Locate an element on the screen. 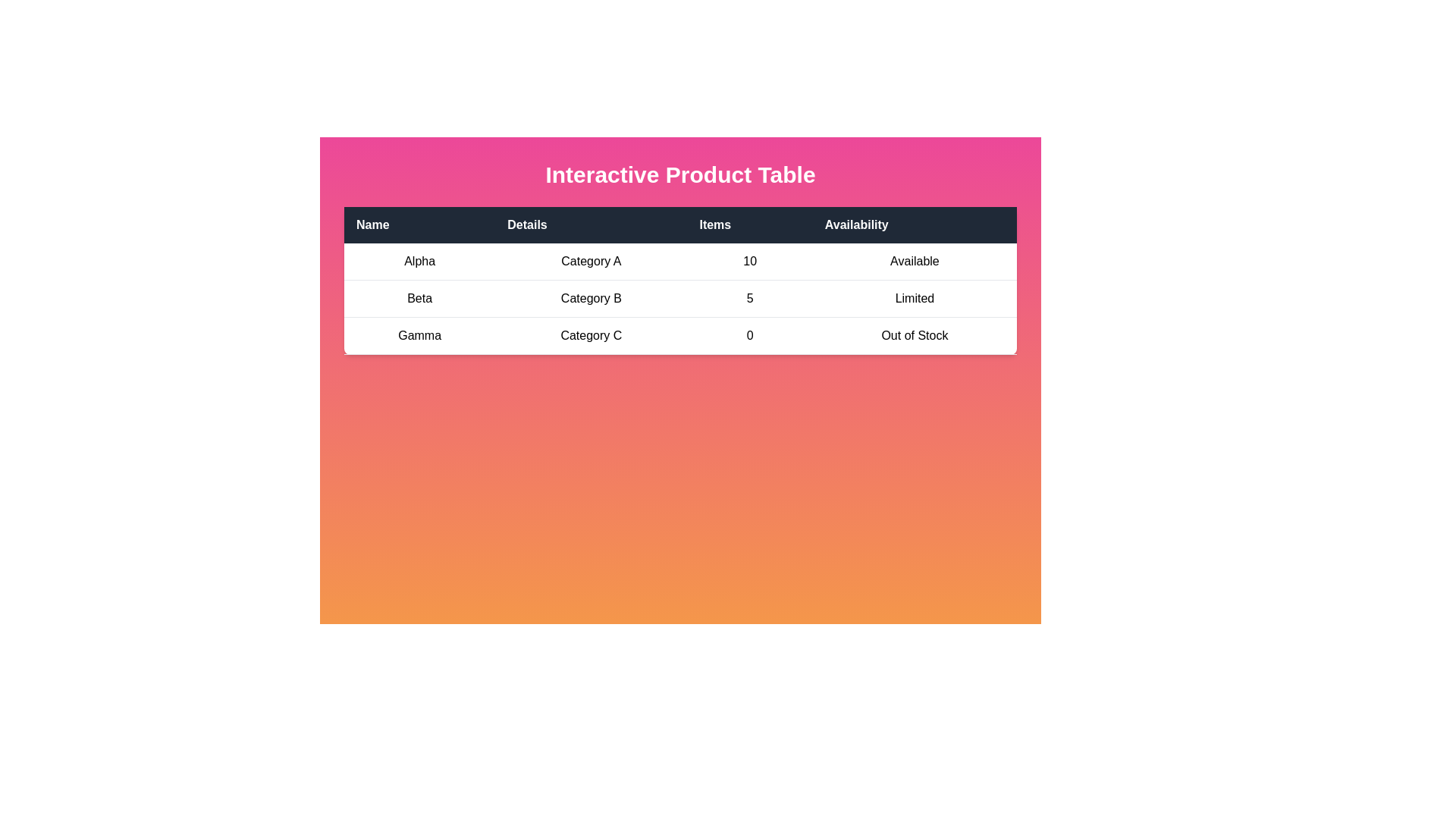 Image resolution: width=1456 pixels, height=819 pixels. the text label indicating the limited stock availability in the fourth column of the second row of the table is located at coordinates (914, 298).